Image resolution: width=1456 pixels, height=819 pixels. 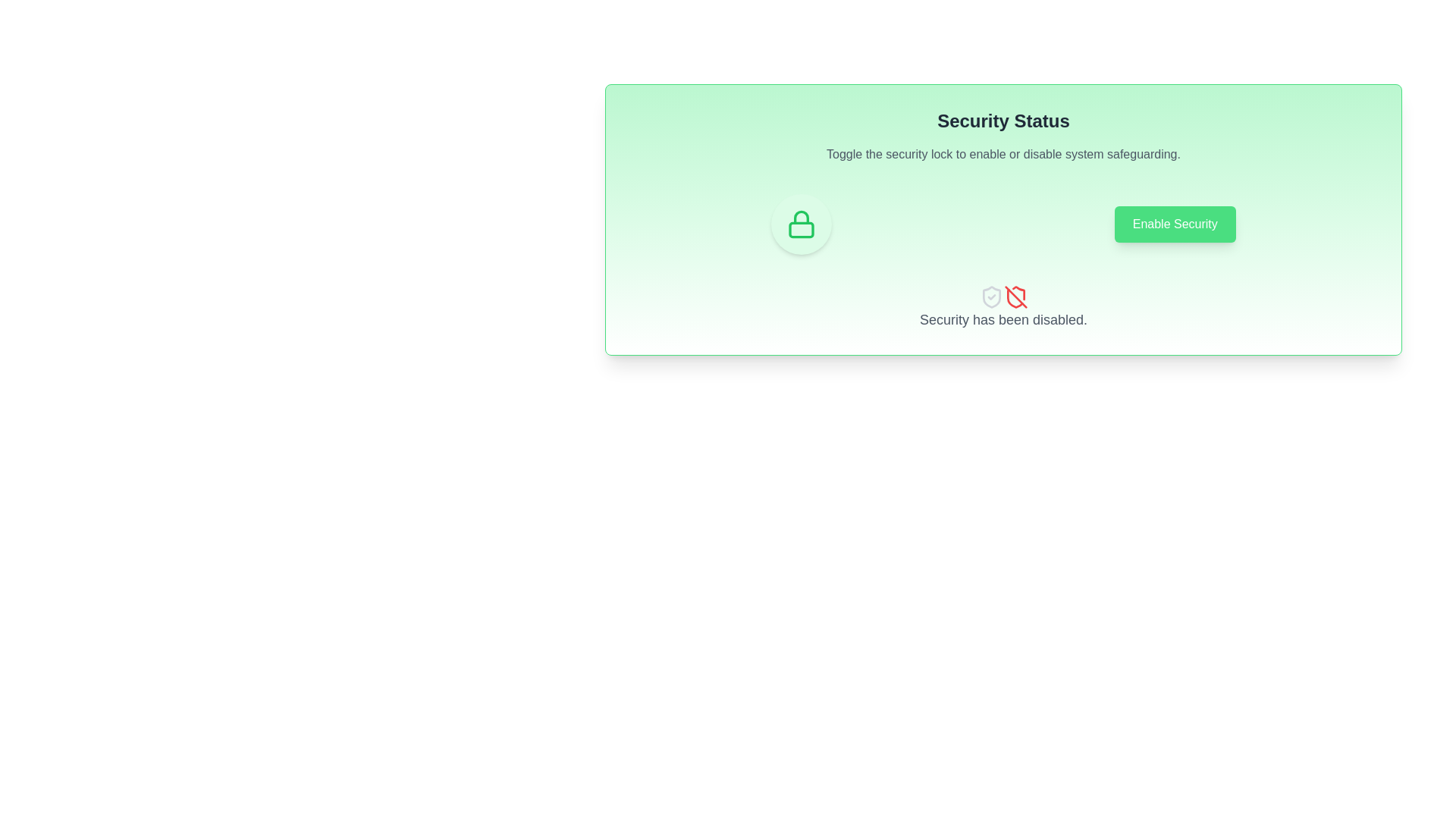 I want to click on the button on the right side of the 'Security Status' area, so click(x=1174, y=224).